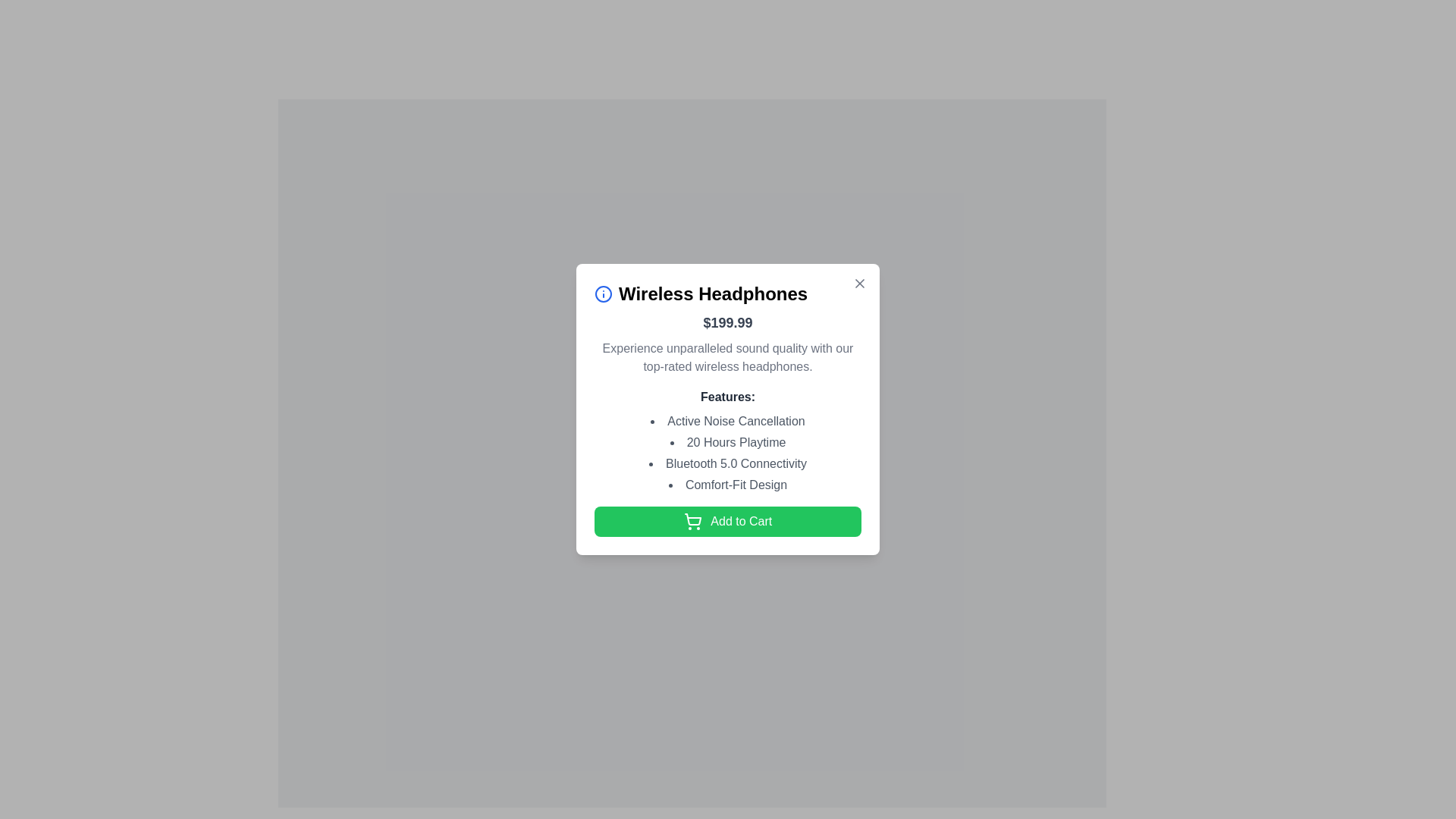 This screenshot has height=819, width=1456. I want to click on the text element 'Comfort-Fit Design', which is styled with a gray font color and is the last item in a vertical list within a modal, located above the 'Add to Cart' button, so click(728, 485).